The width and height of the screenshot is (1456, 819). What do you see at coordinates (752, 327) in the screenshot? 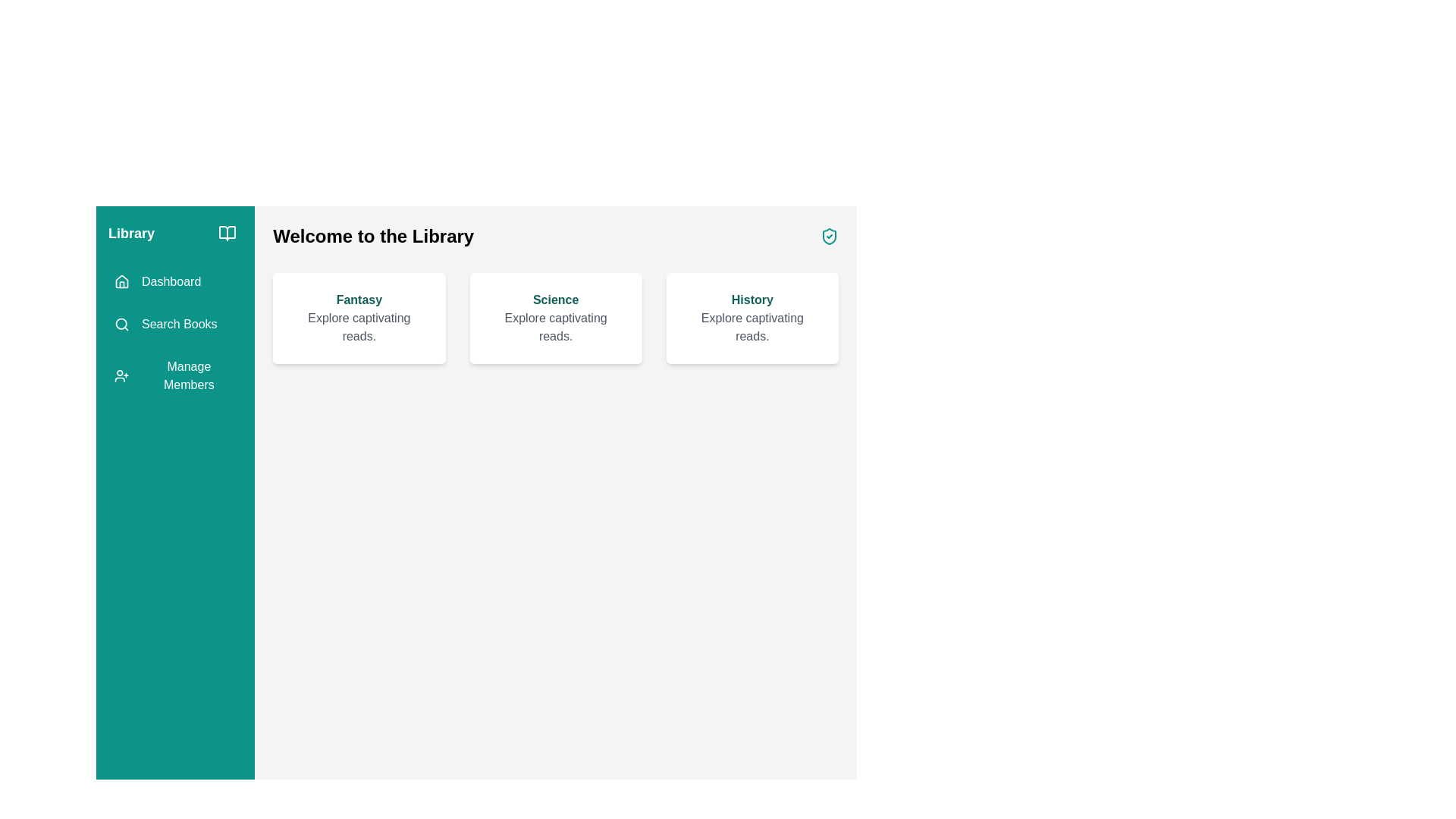
I see `descriptive text block located below the 'History' heading within the 'History' card, which provides additional information about the section` at bounding box center [752, 327].